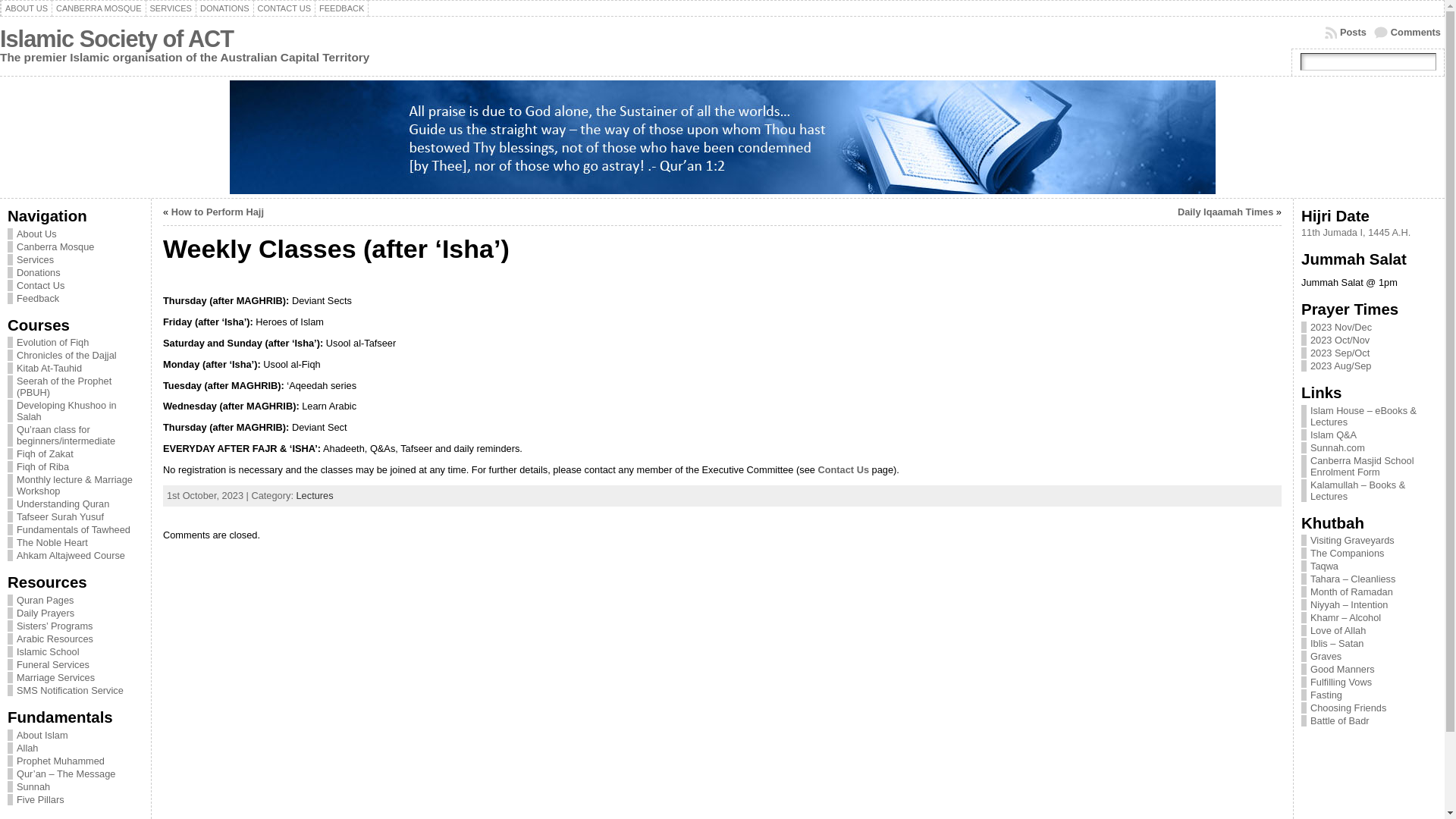  I want to click on 'Lectures', so click(313, 495).